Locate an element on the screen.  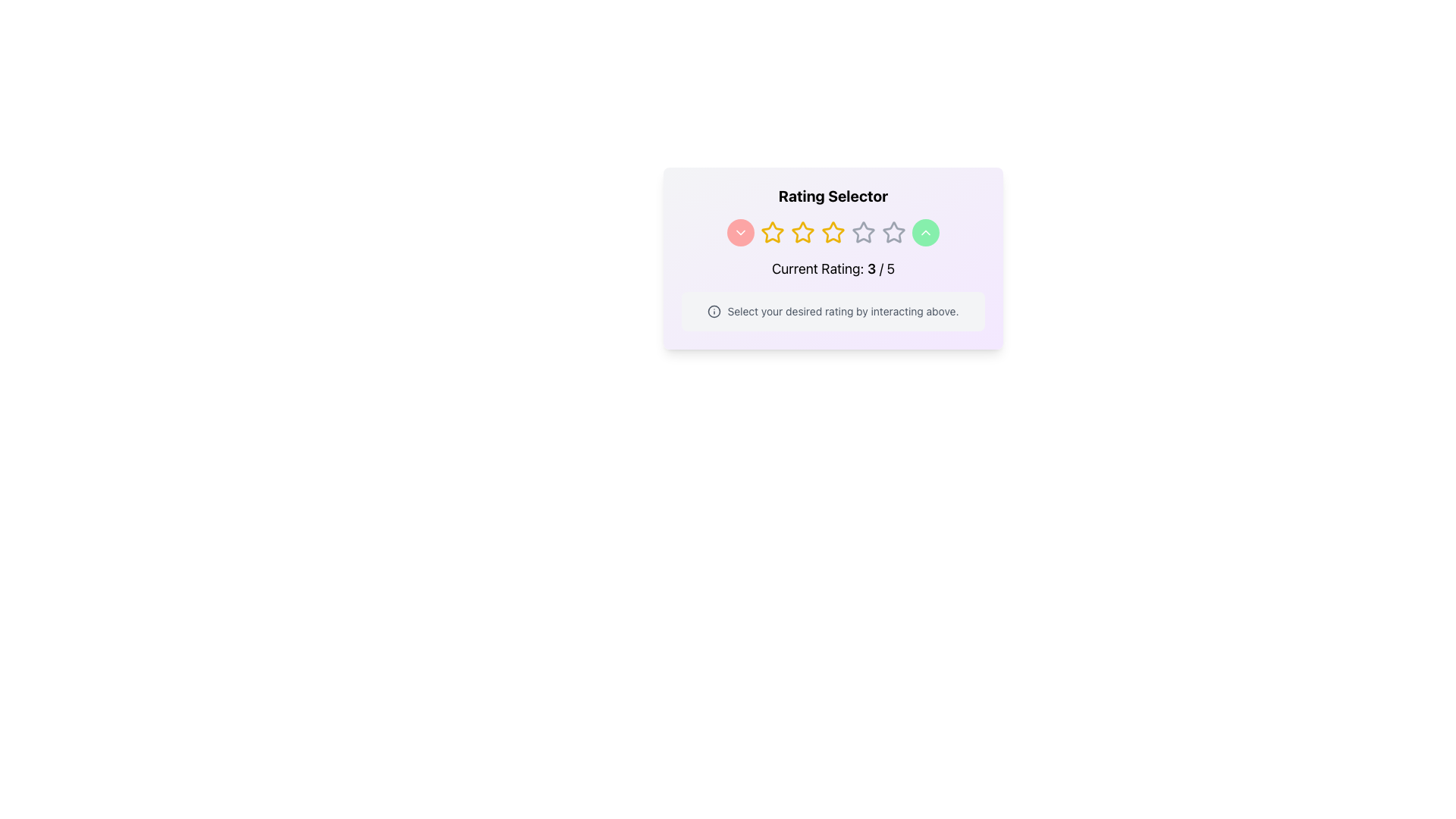
the second star-shaped icon in the Rating Selector panel, which has a yellow outline and white interior, indicating a selected state is located at coordinates (772, 232).